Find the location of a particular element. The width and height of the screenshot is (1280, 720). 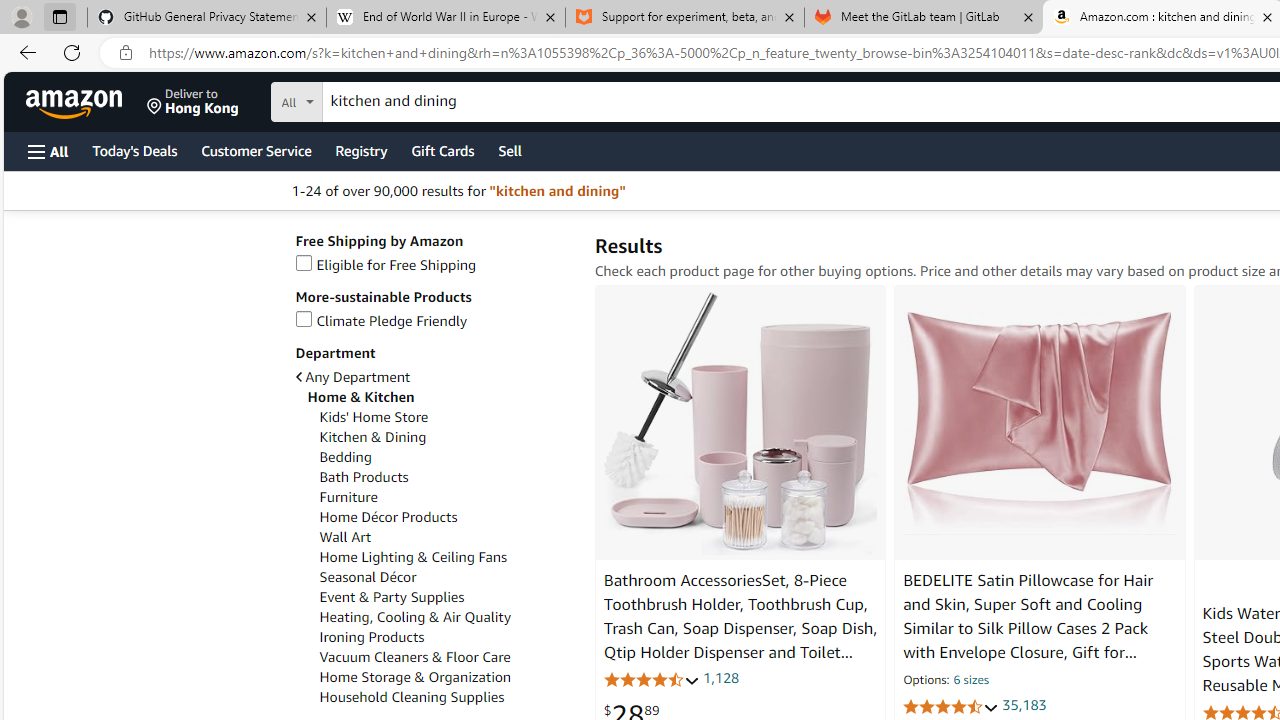

'Eligible for Free Shipping' is located at coordinates (385, 263).